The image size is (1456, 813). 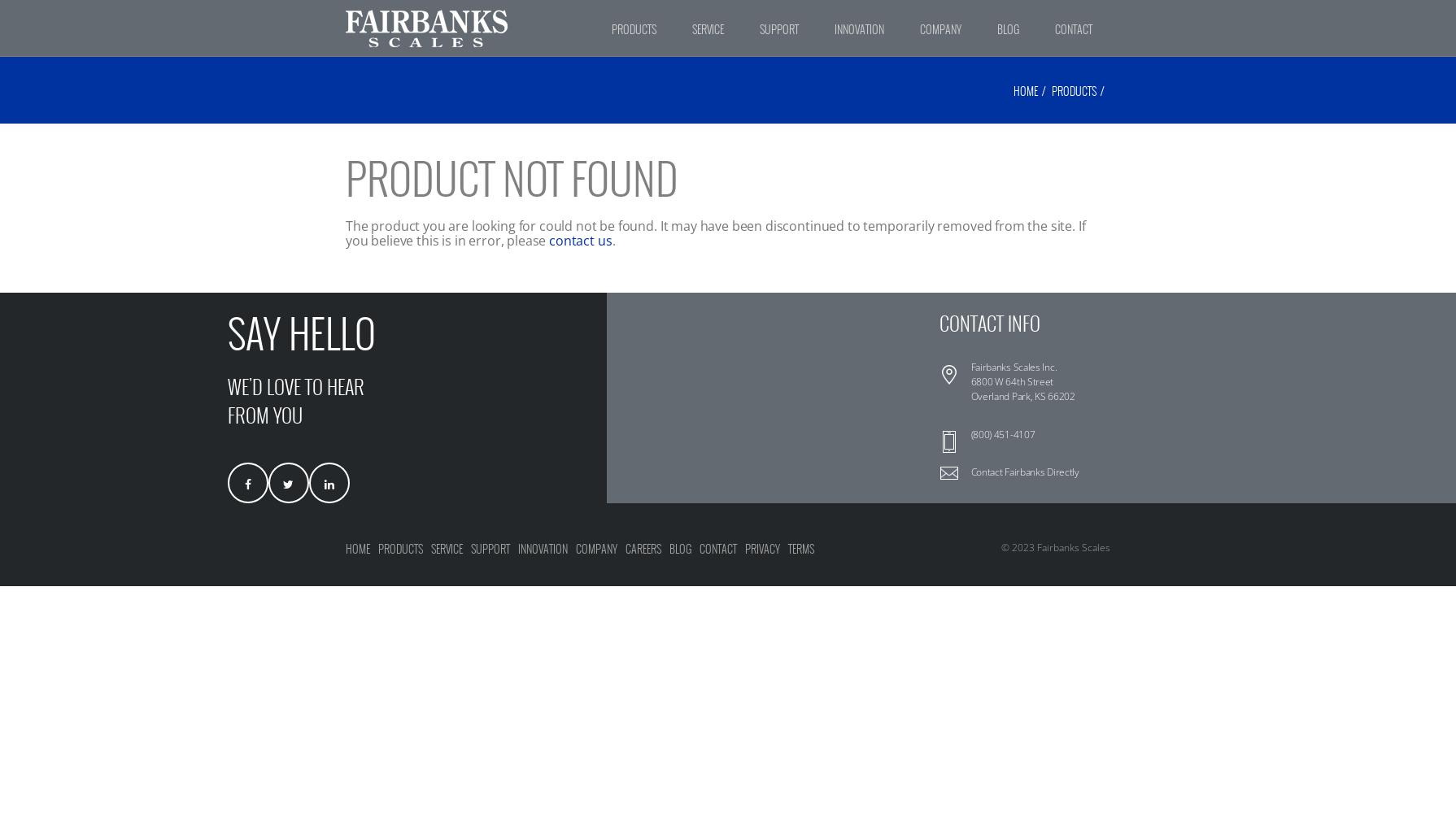 What do you see at coordinates (490, 549) in the screenshot?
I see `'Support'` at bounding box center [490, 549].